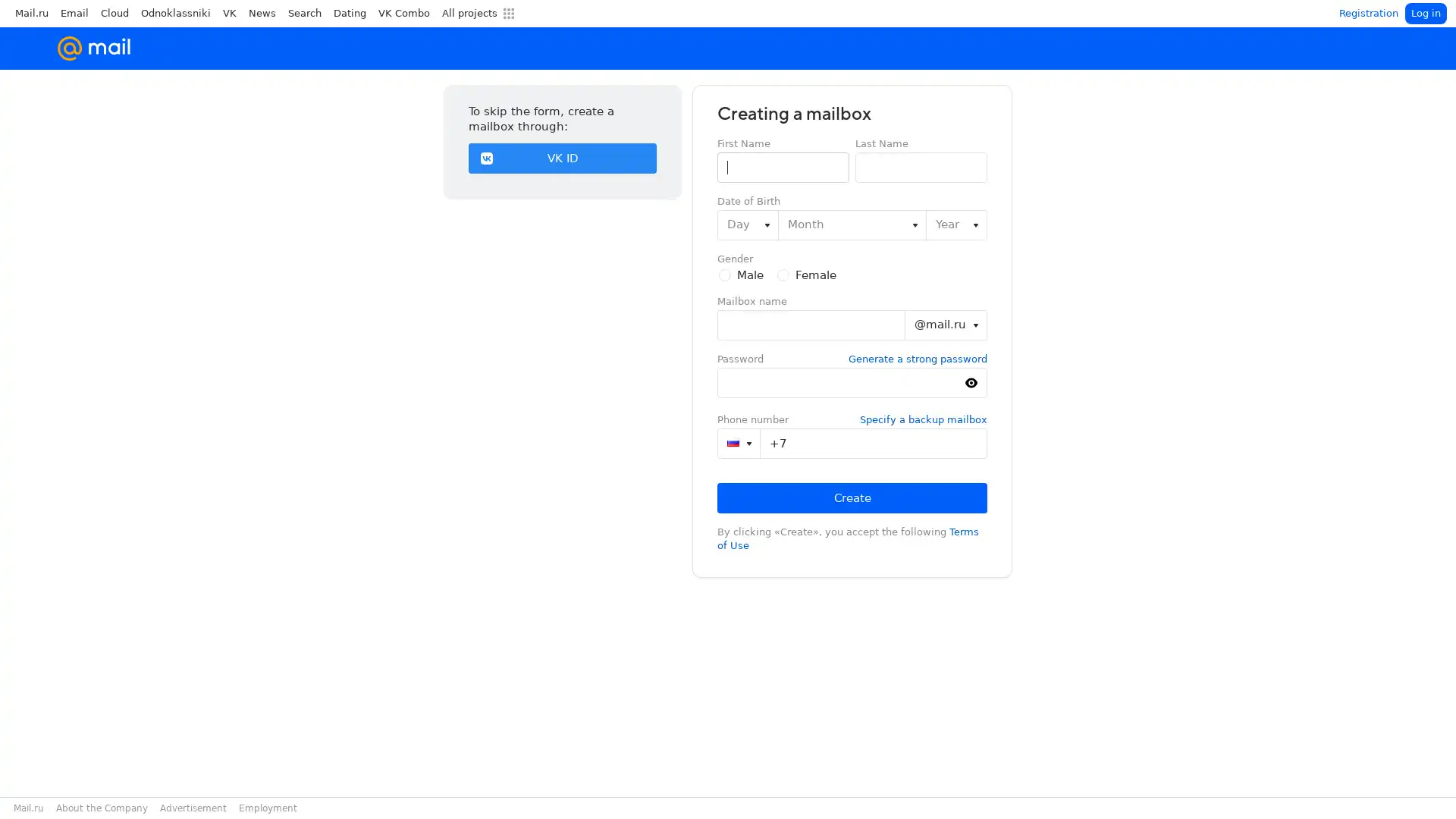 Image resolution: width=1456 pixels, height=819 pixels. Describe the element at coordinates (852, 497) in the screenshot. I see `Create` at that location.